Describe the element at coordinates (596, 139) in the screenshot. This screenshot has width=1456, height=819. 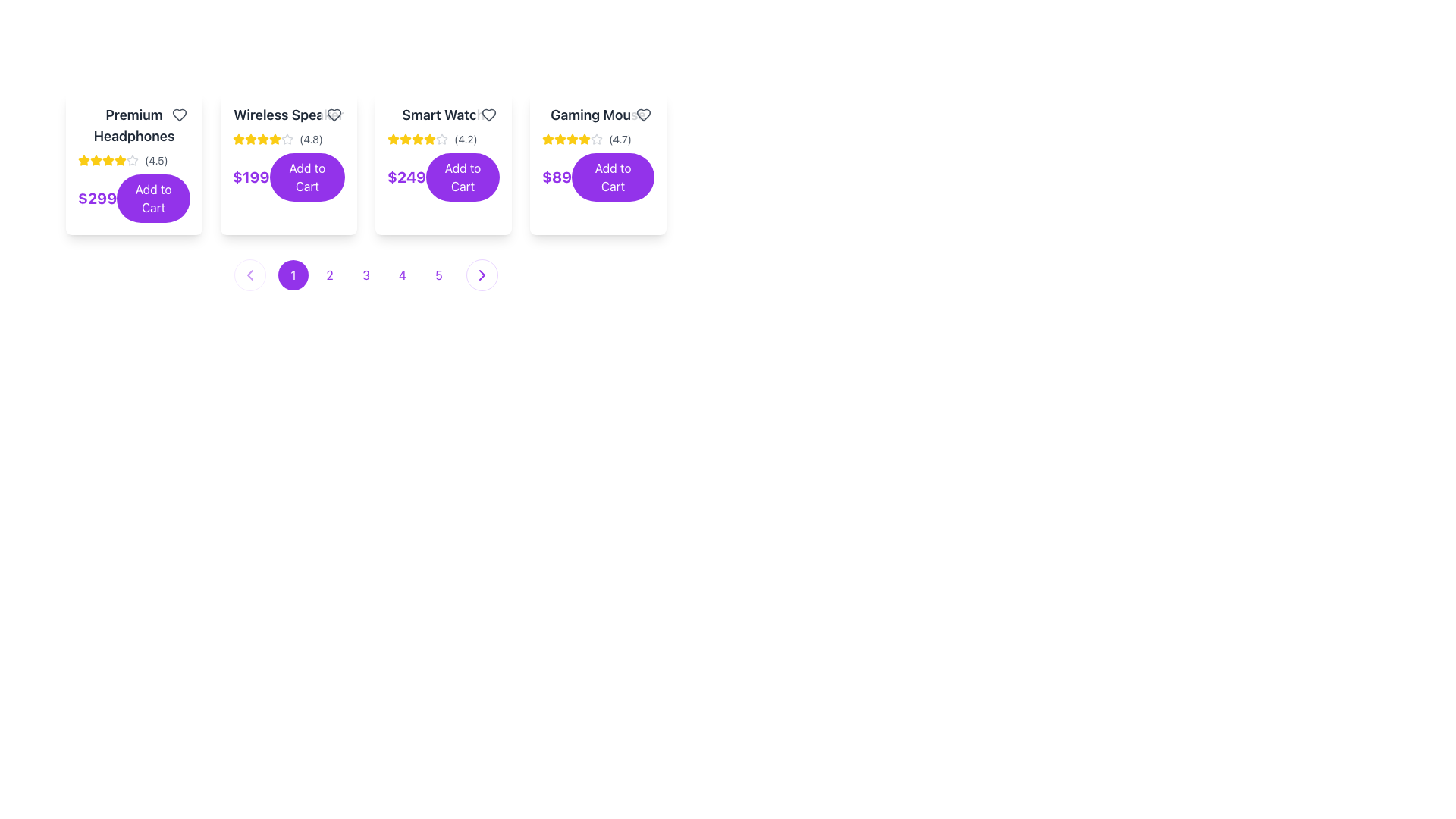
I see `the star icon representing a rating of 4.7 stars in the rating section of the 'Gaming Mouse' card` at that location.